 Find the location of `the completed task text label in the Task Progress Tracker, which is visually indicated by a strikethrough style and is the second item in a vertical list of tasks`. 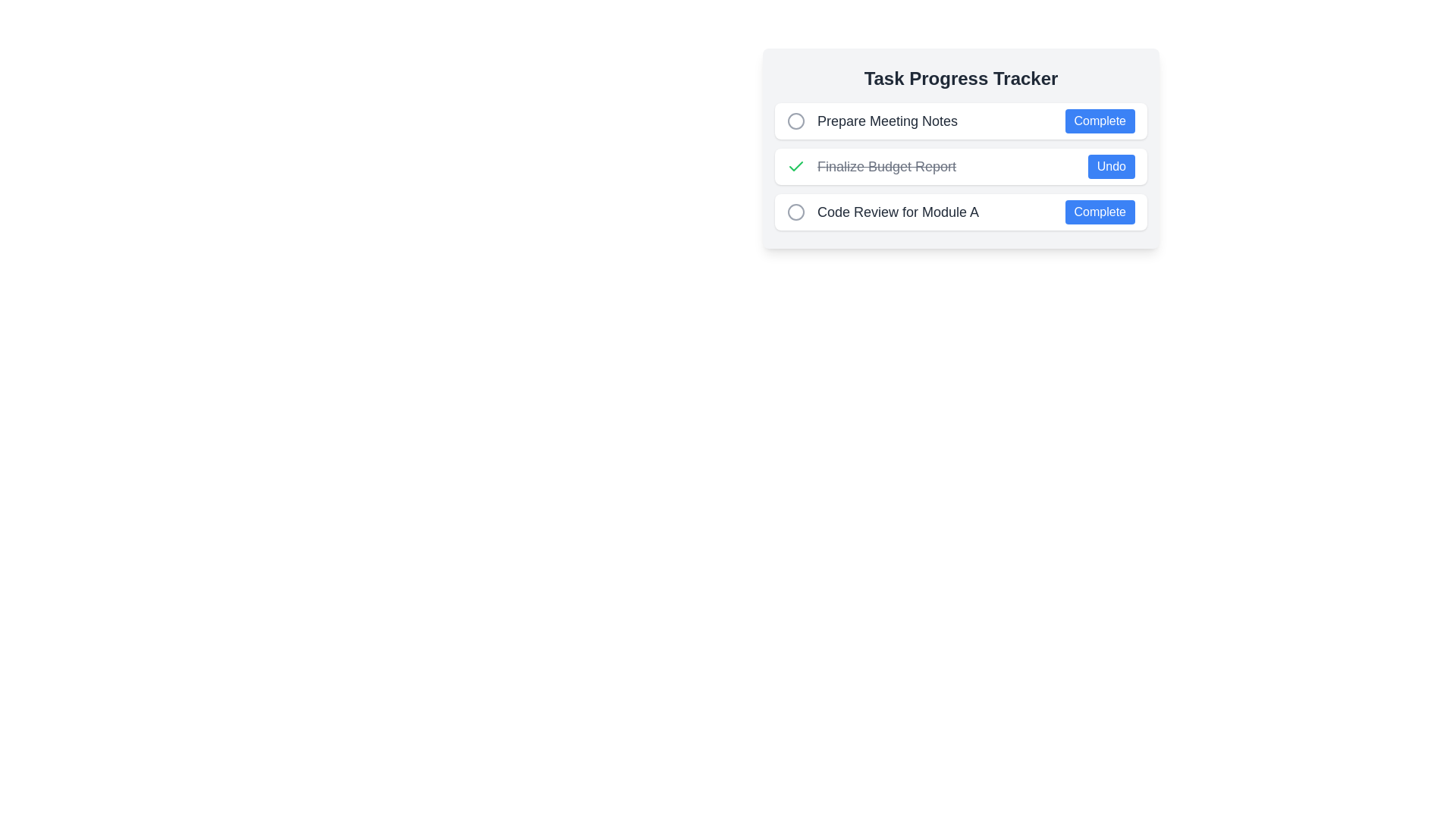

the completed task text label in the Task Progress Tracker, which is visually indicated by a strikethrough style and is the second item in a vertical list of tasks is located at coordinates (886, 166).